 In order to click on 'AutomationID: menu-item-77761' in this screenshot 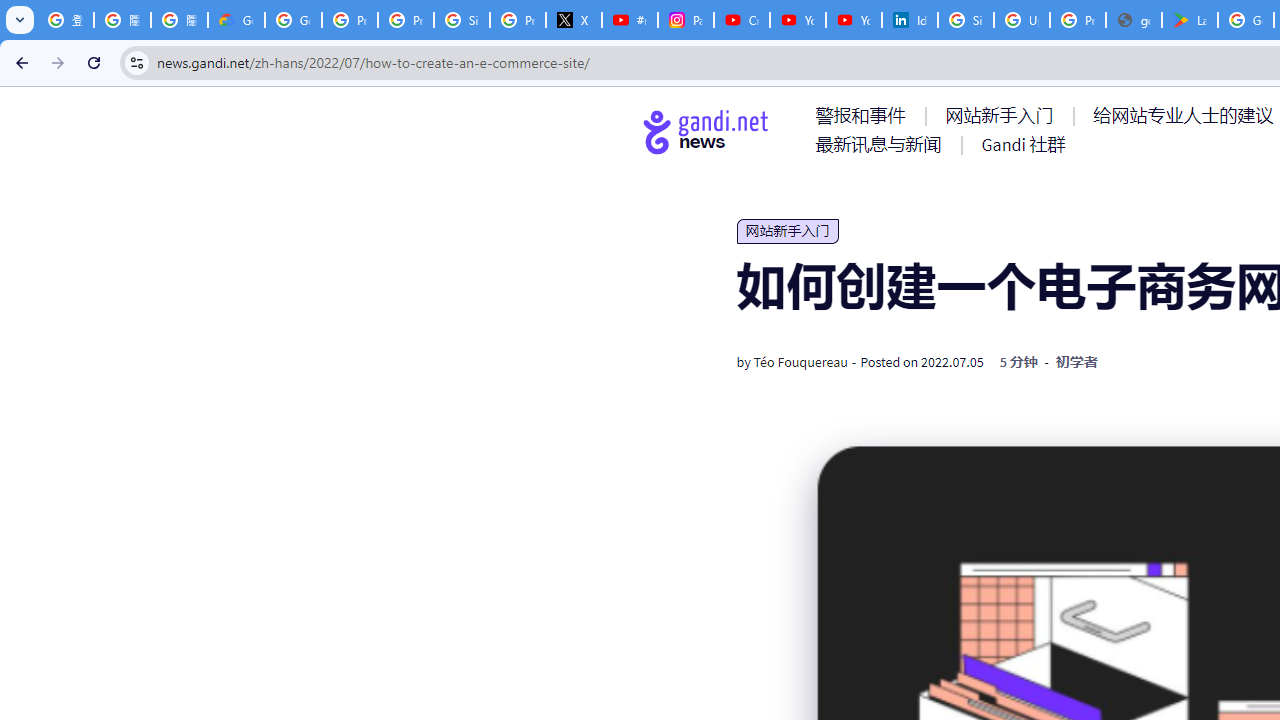, I will do `click(864, 115)`.